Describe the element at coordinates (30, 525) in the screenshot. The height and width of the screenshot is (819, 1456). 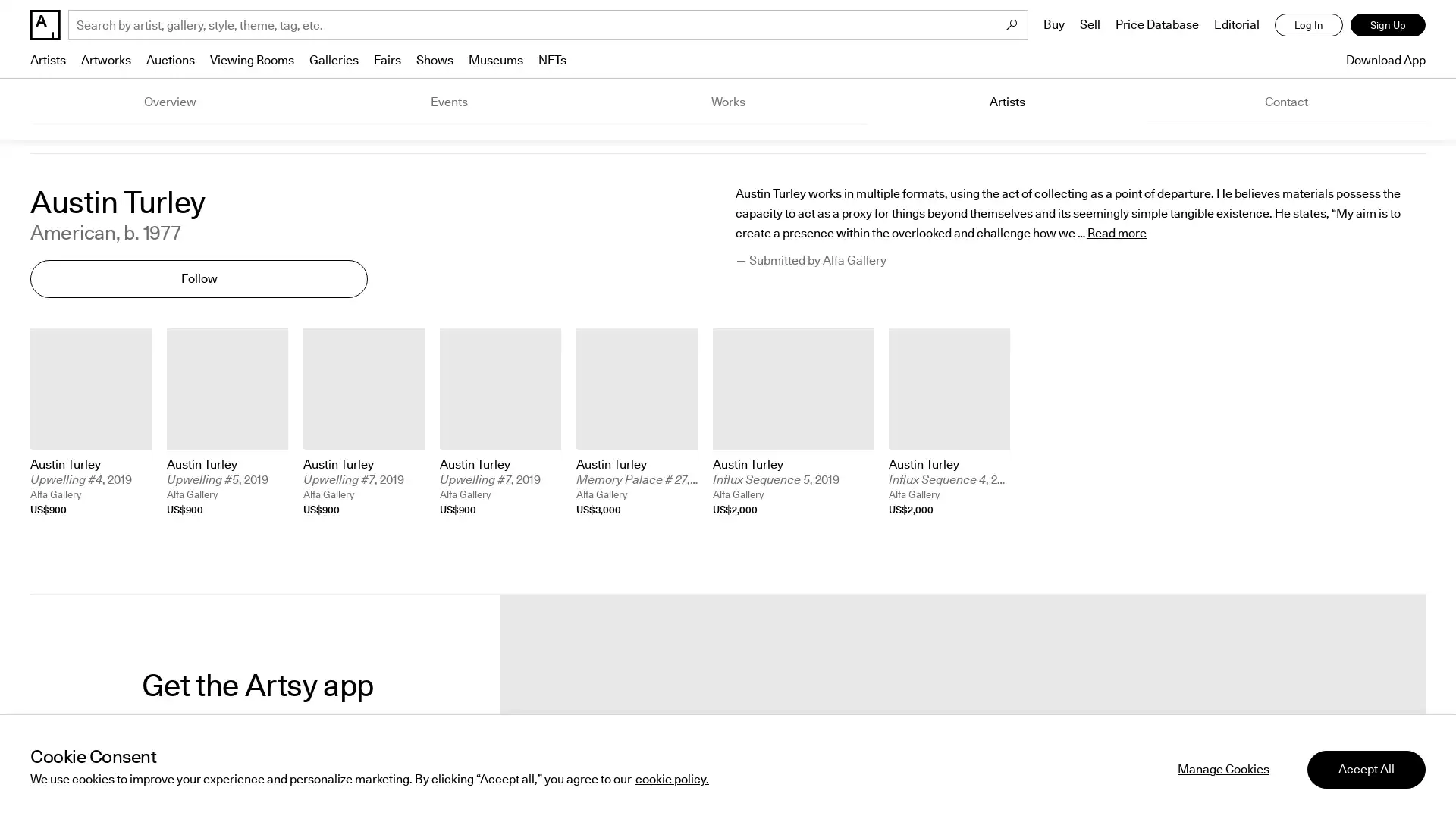
I see `Skip to beginning of content` at that location.